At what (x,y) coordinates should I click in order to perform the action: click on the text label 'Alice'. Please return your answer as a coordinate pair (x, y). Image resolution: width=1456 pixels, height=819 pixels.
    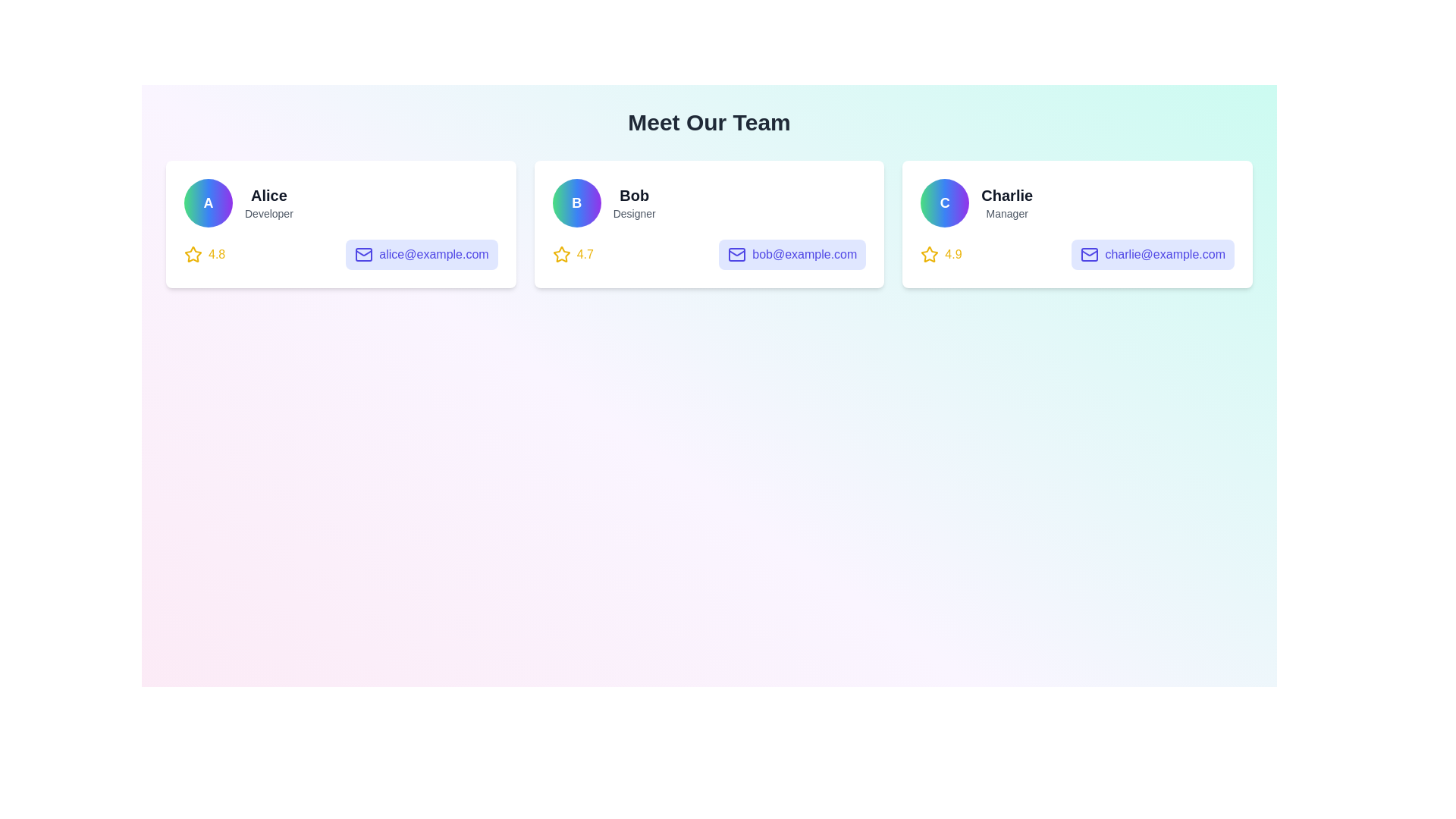
    Looking at the image, I should click on (268, 195).